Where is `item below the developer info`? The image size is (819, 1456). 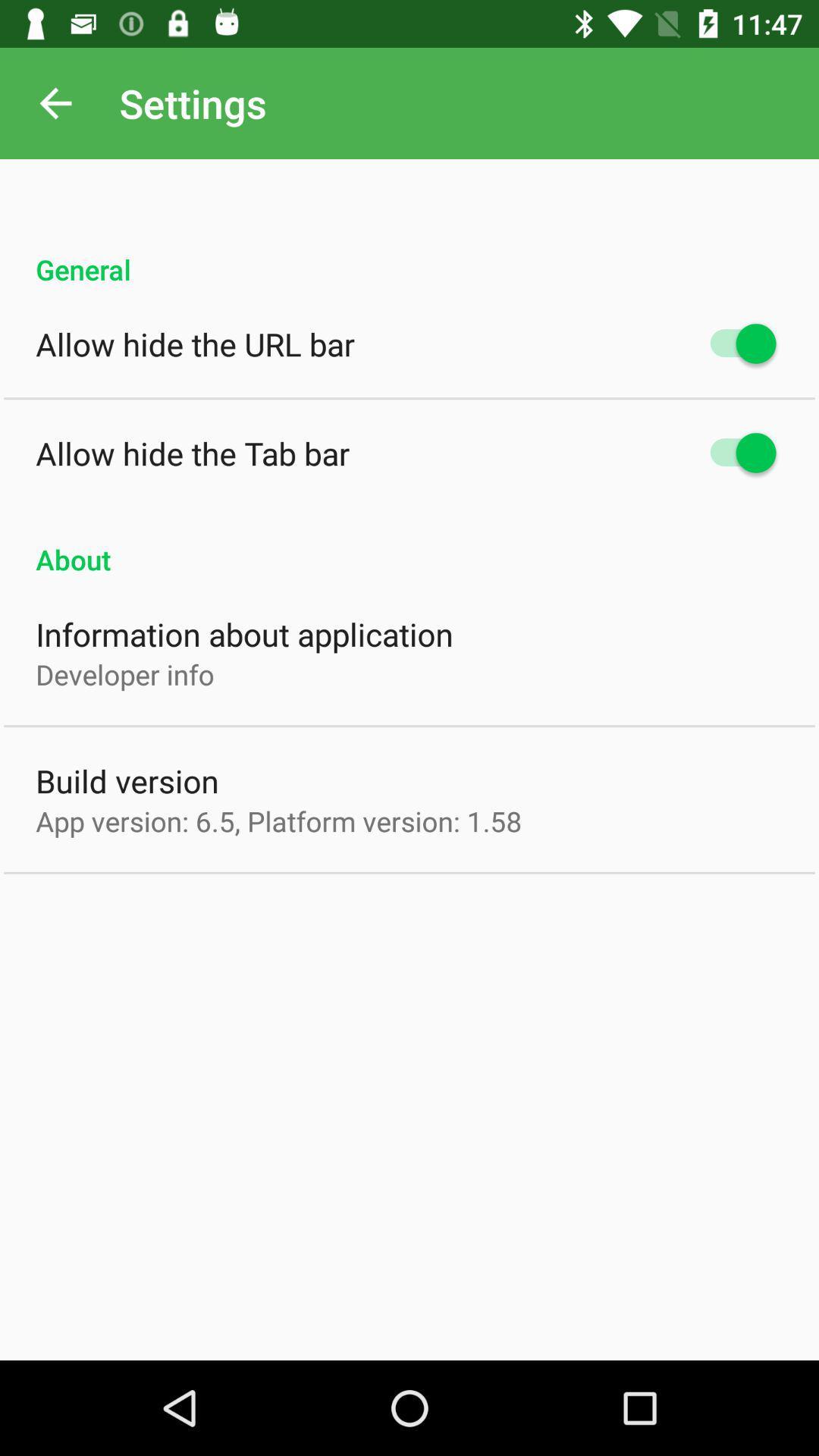
item below the developer info is located at coordinates (127, 780).